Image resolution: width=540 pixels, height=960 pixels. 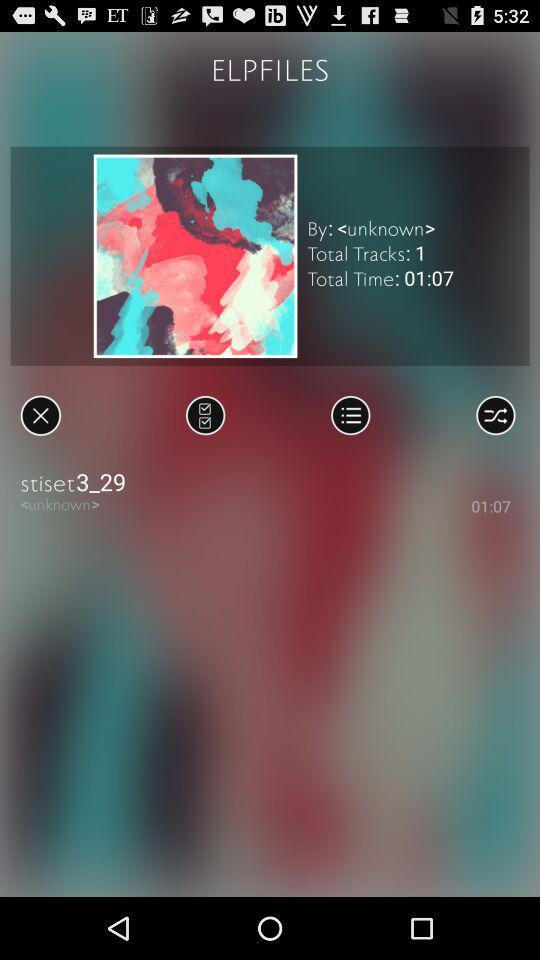 I want to click on icon above stiset3_29 item, so click(x=349, y=414).